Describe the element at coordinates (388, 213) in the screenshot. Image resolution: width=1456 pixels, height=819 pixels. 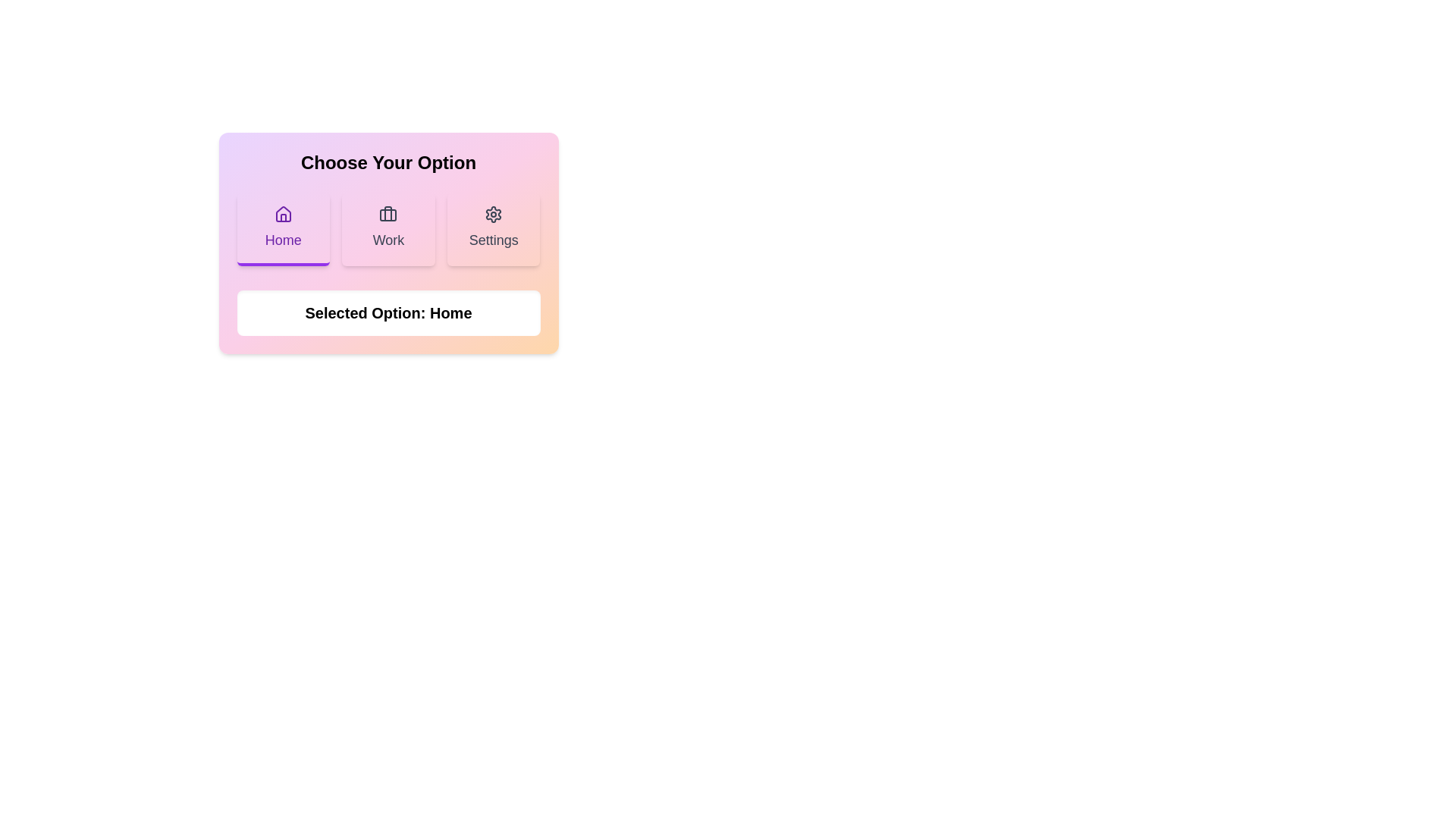
I see `the vertical divider of the briefcase icon in the 'Work' button located in the horizontal navigation bar under 'Choose Your Option'` at that location.